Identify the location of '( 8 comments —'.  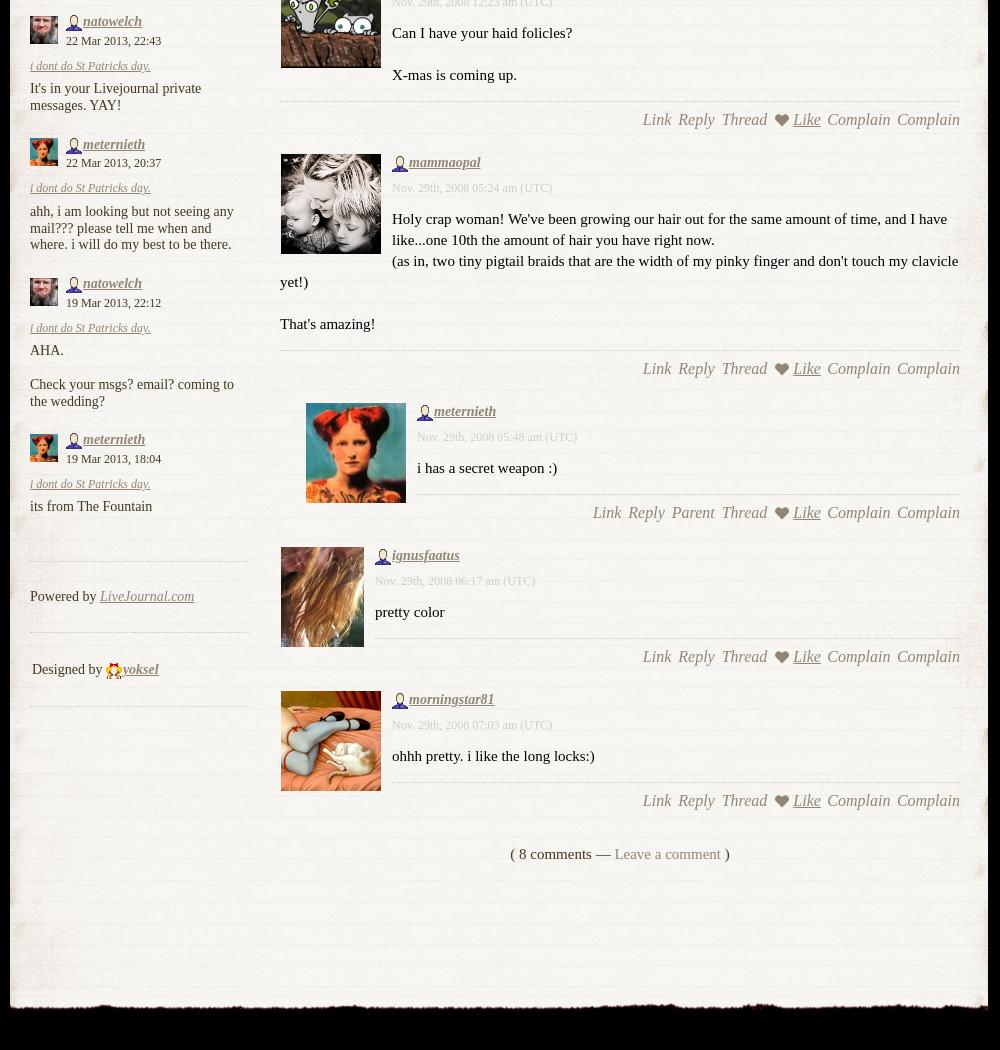
(510, 853).